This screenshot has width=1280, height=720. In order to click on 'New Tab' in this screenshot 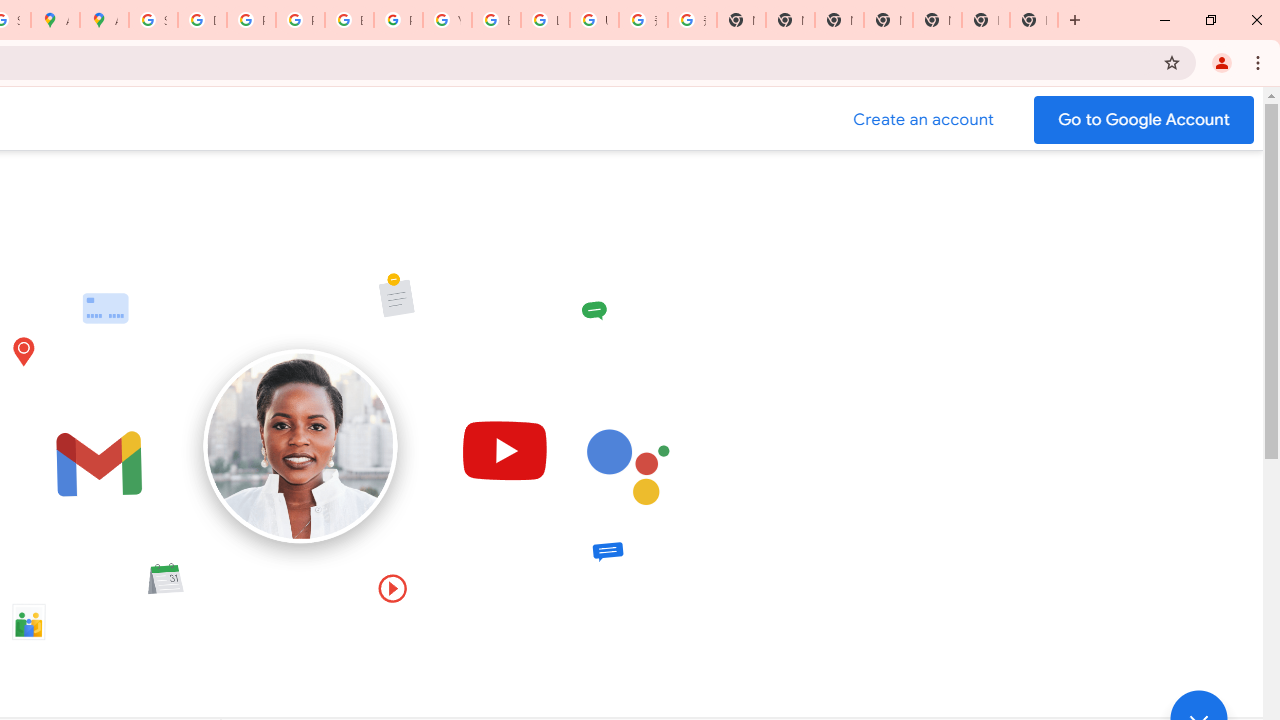, I will do `click(986, 20)`.